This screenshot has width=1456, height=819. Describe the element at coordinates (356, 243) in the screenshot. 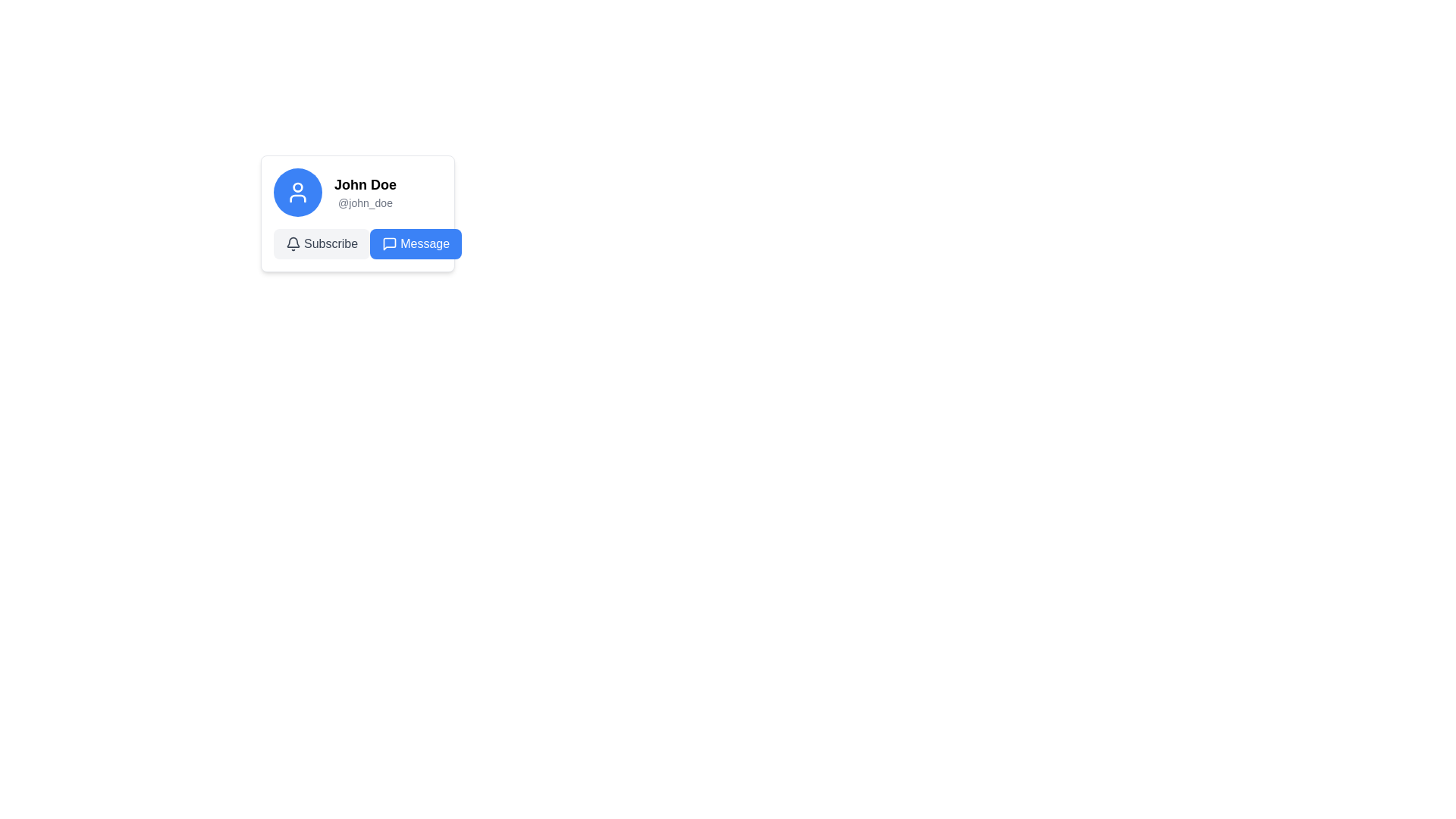

I see `the left subscription button located under the user's name 'John Doe' and handle '@john_doe' in the profile card` at that location.